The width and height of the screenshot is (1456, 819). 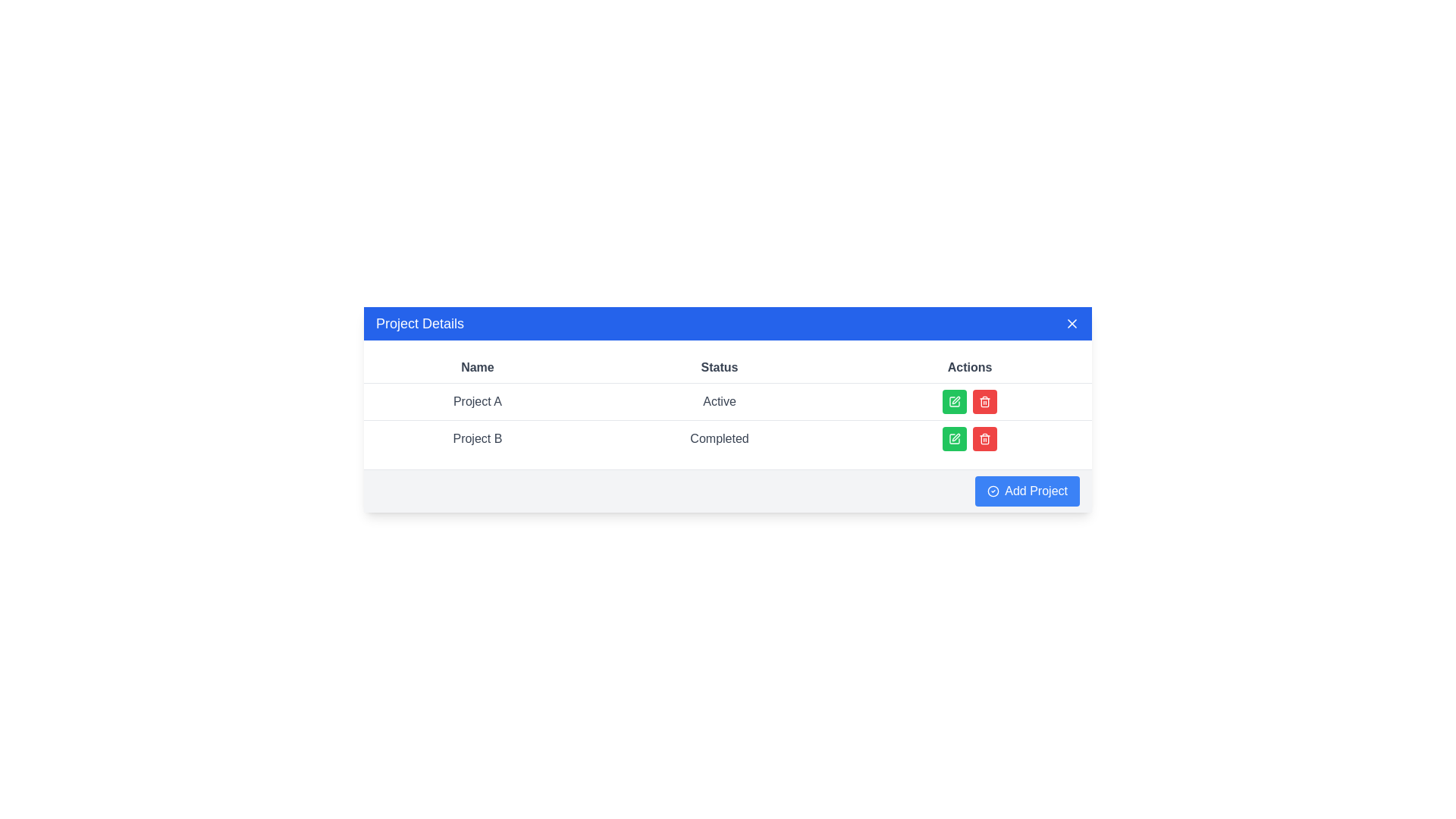 I want to click on the combined edit and delete buttons in the 'Actions' column of the first row of the table corresponding to 'Project A' and 'Active', so click(x=969, y=400).